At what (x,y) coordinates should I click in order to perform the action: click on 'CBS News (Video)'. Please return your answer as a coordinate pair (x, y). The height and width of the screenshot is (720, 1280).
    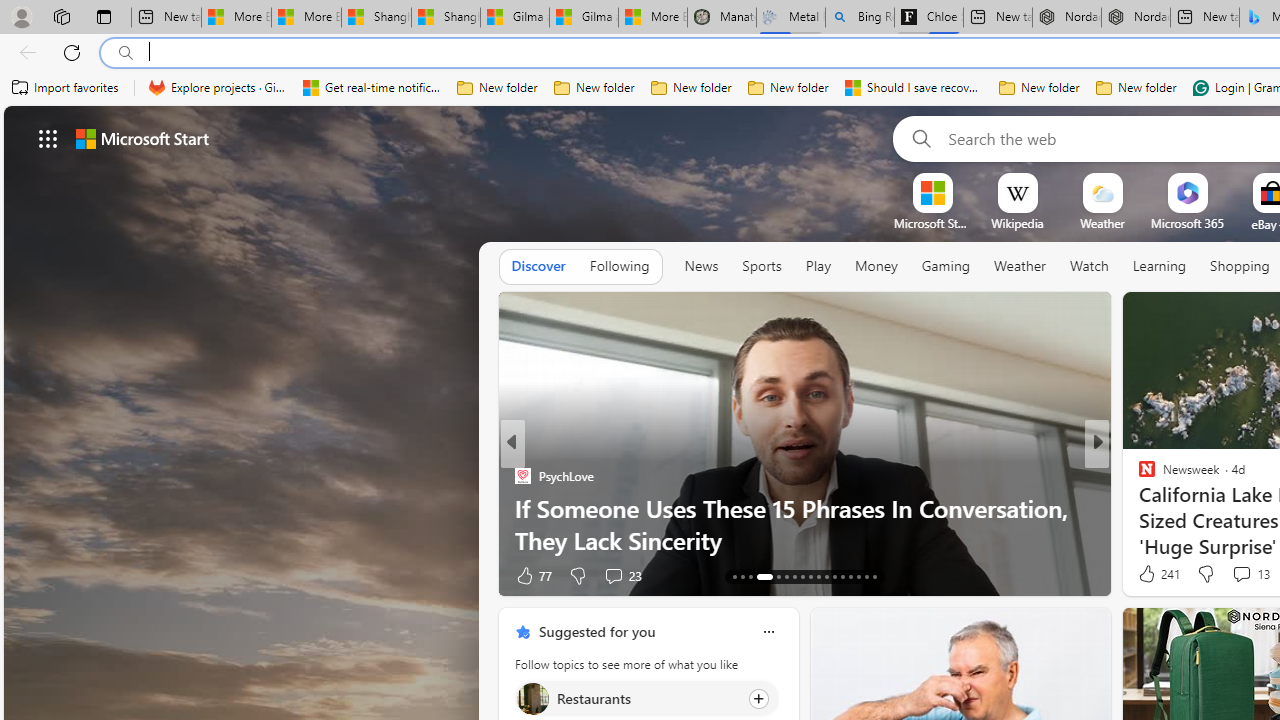
    Looking at the image, I should click on (1138, 475).